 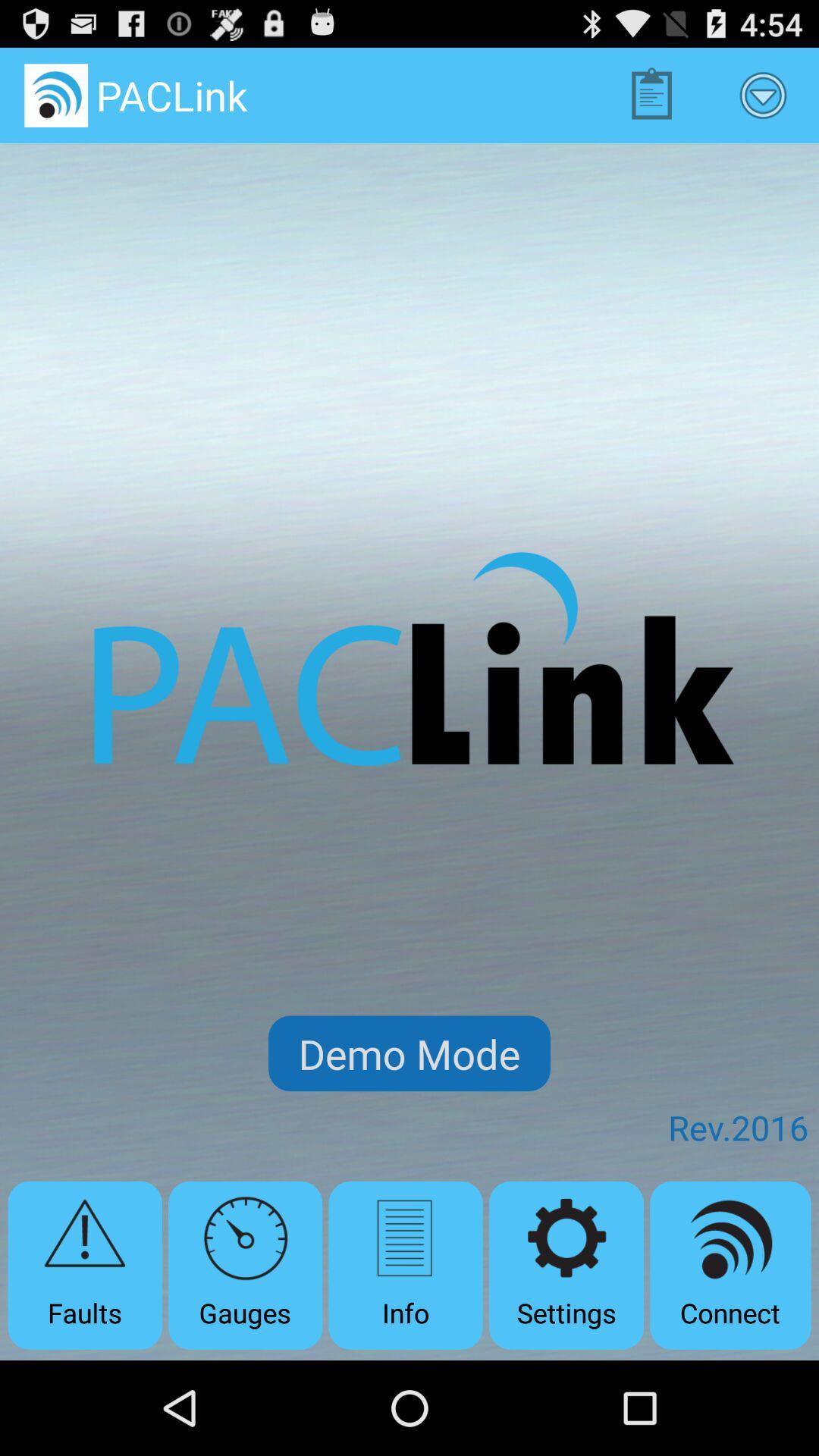 I want to click on icon to the right of the paclink icon, so click(x=651, y=94).